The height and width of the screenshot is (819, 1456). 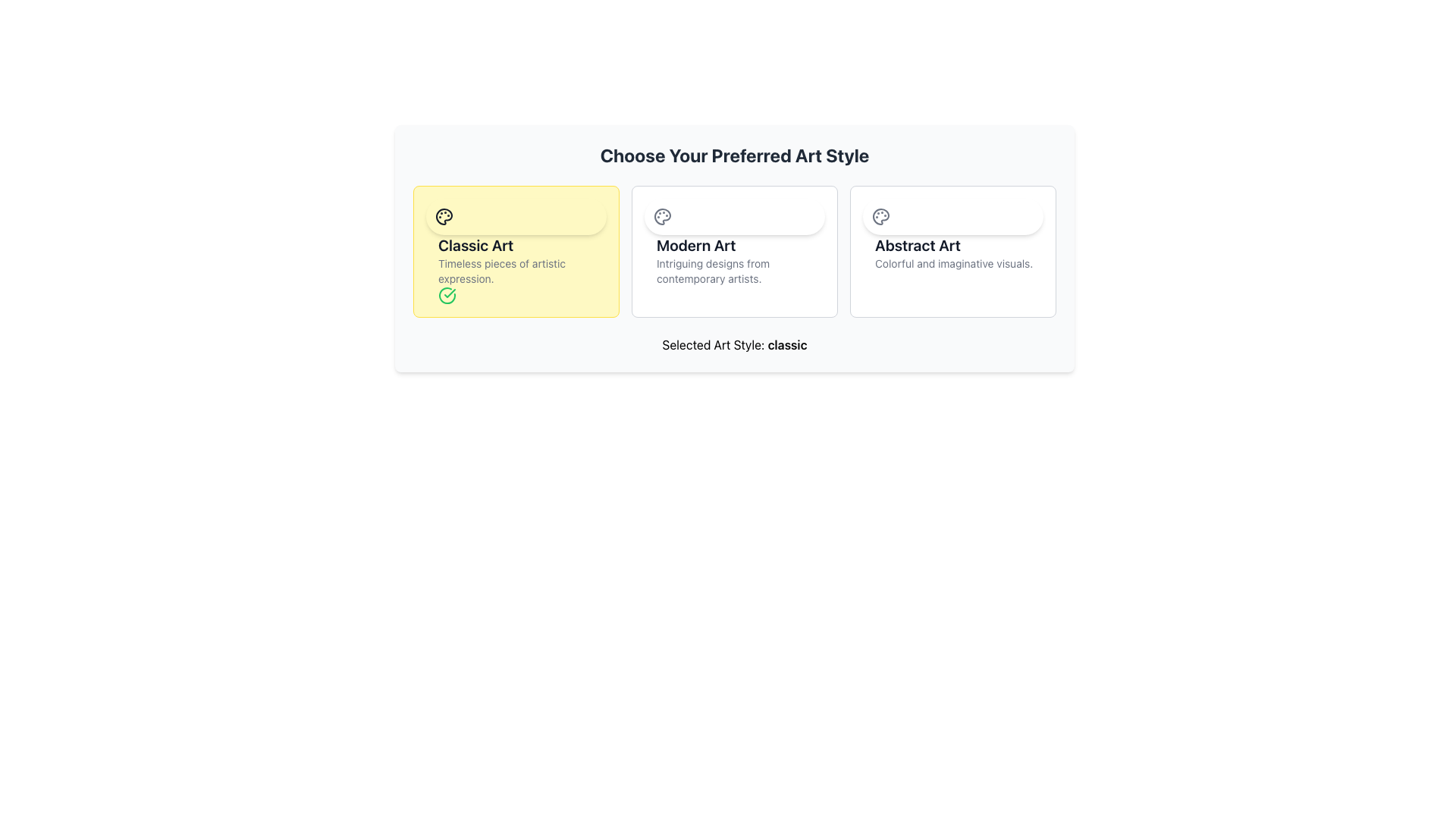 I want to click on the text label displaying 'classic', which is bold and located at the bottom-center of the layout within the phrase 'Selected Art Style: classic', so click(x=787, y=345).